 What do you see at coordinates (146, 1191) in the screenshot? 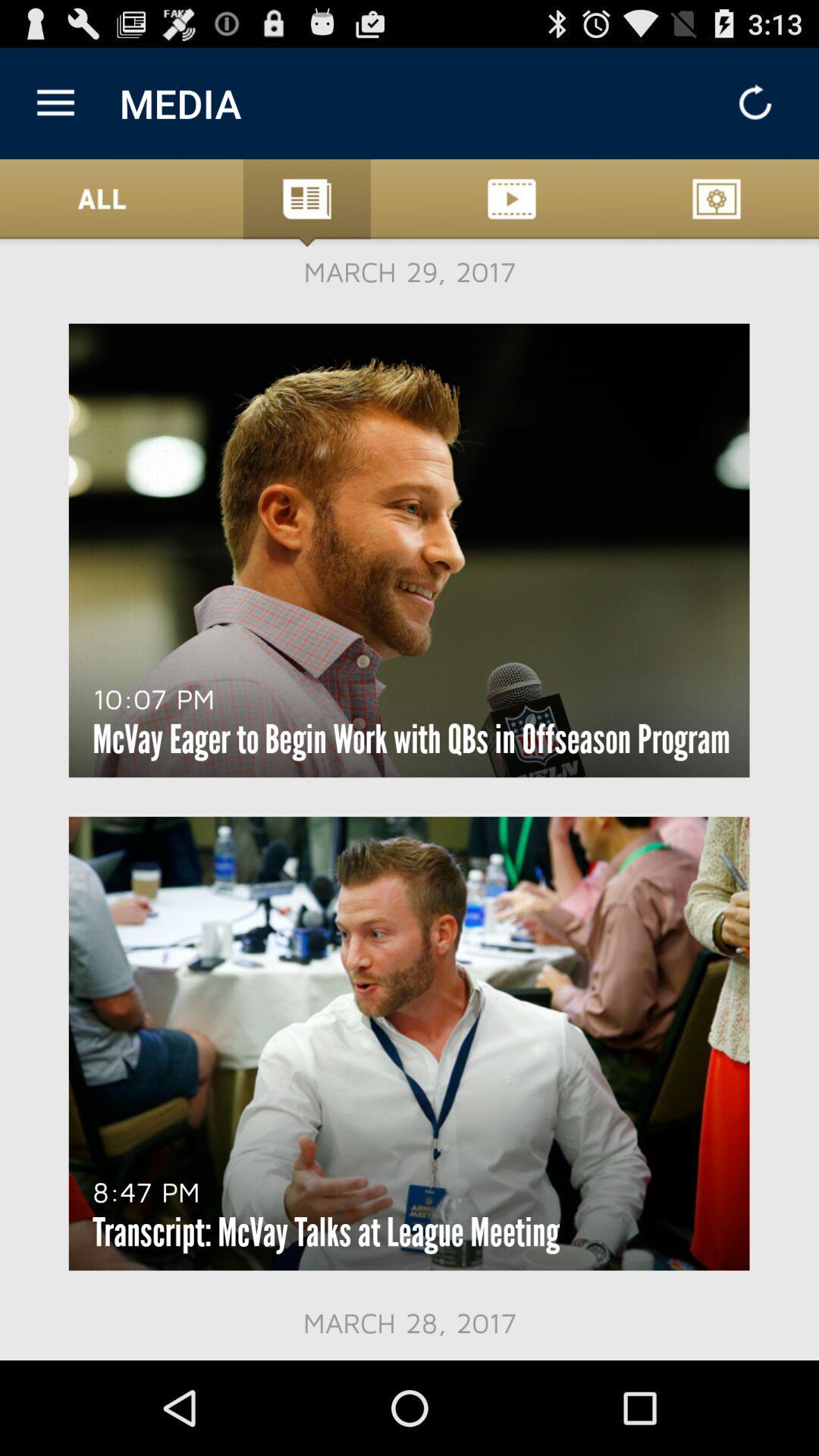
I see `the icon above transcript mcvay talks` at bounding box center [146, 1191].